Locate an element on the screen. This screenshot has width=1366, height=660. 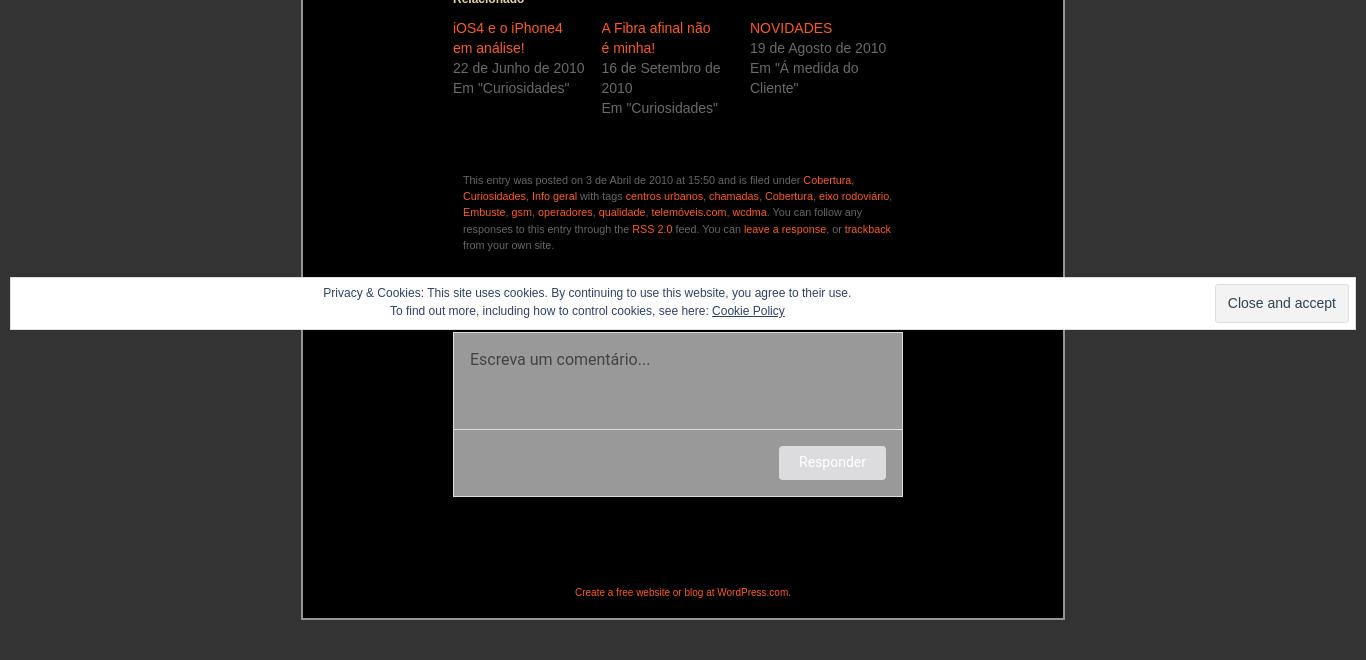
'Curiosidades' is located at coordinates (494, 195).